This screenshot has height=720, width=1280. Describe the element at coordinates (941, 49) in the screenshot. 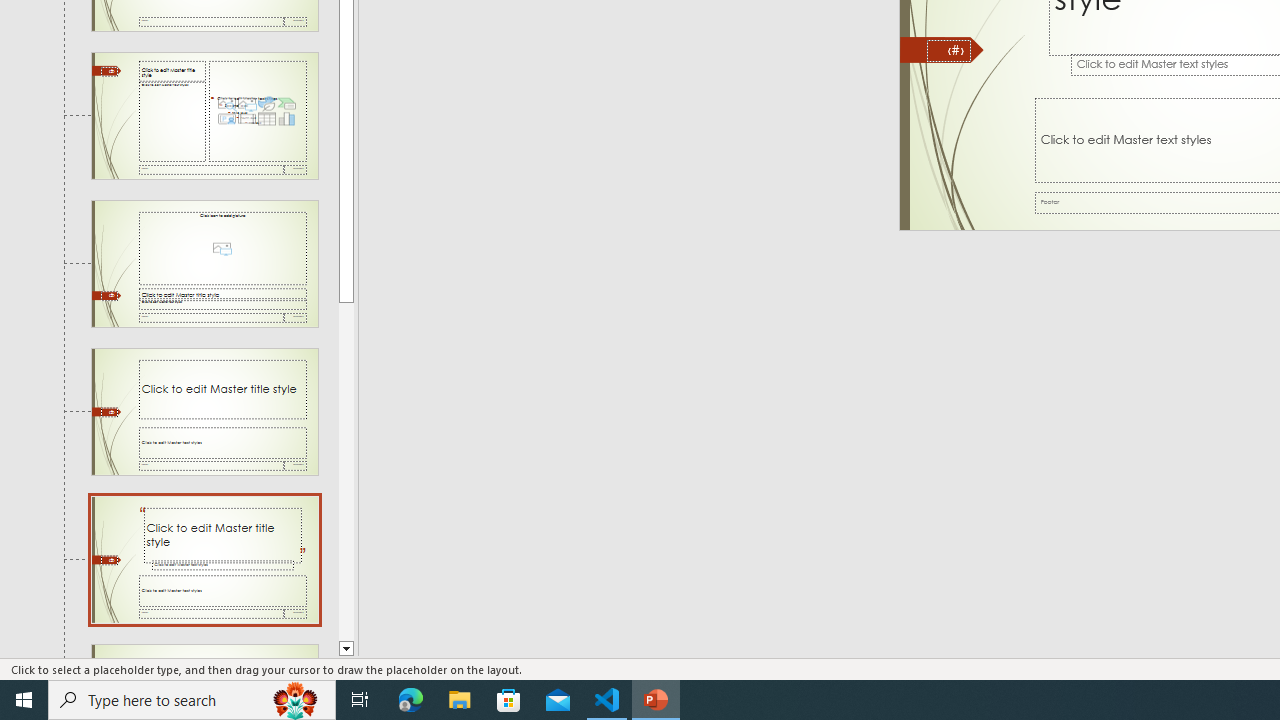

I see `'Freeform 11'` at that location.